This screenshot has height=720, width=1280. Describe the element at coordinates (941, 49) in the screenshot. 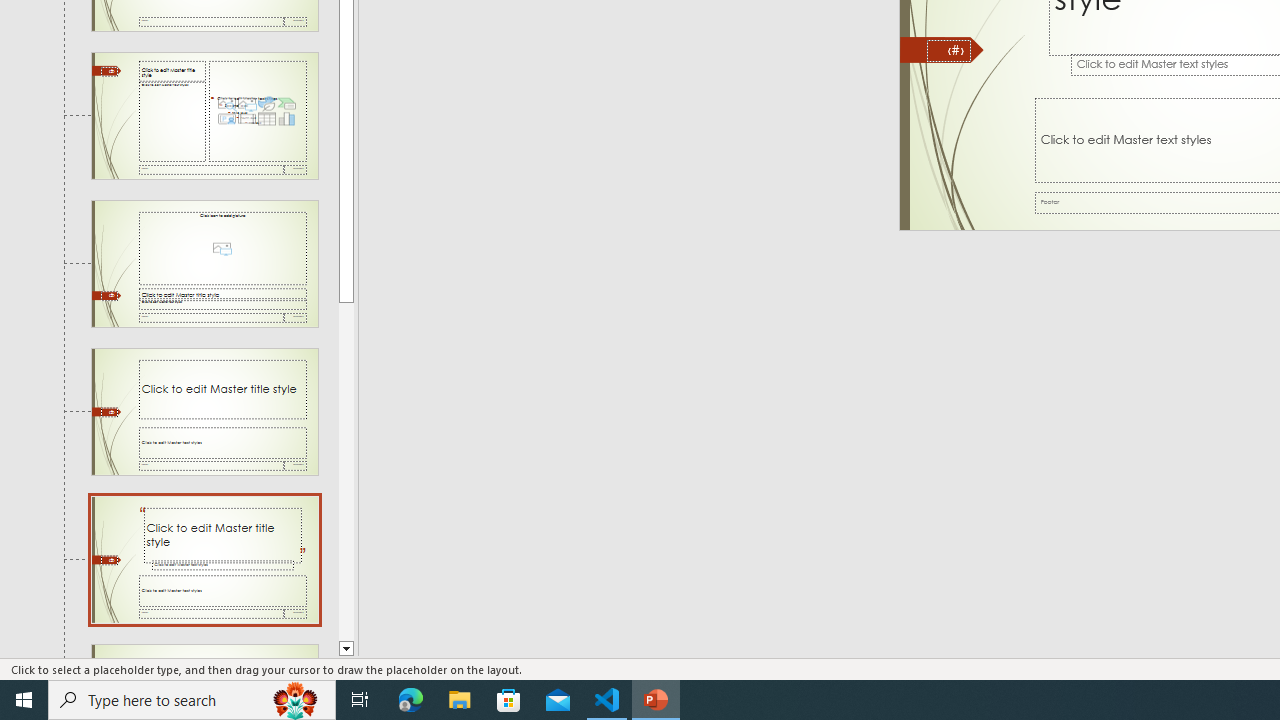

I see `'Freeform 11'` at that location.